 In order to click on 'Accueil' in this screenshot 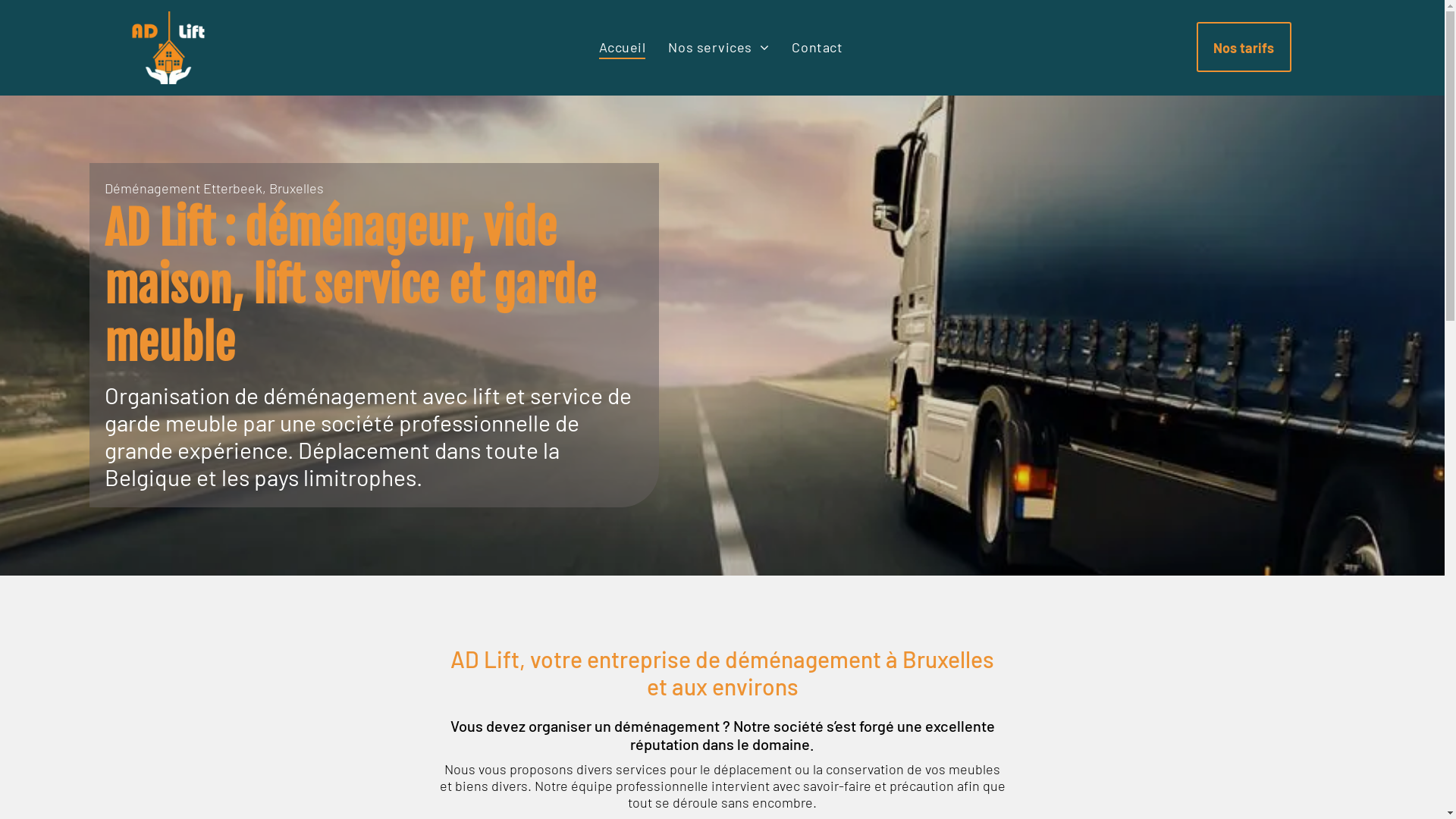, I will do `click(622, 45)`.